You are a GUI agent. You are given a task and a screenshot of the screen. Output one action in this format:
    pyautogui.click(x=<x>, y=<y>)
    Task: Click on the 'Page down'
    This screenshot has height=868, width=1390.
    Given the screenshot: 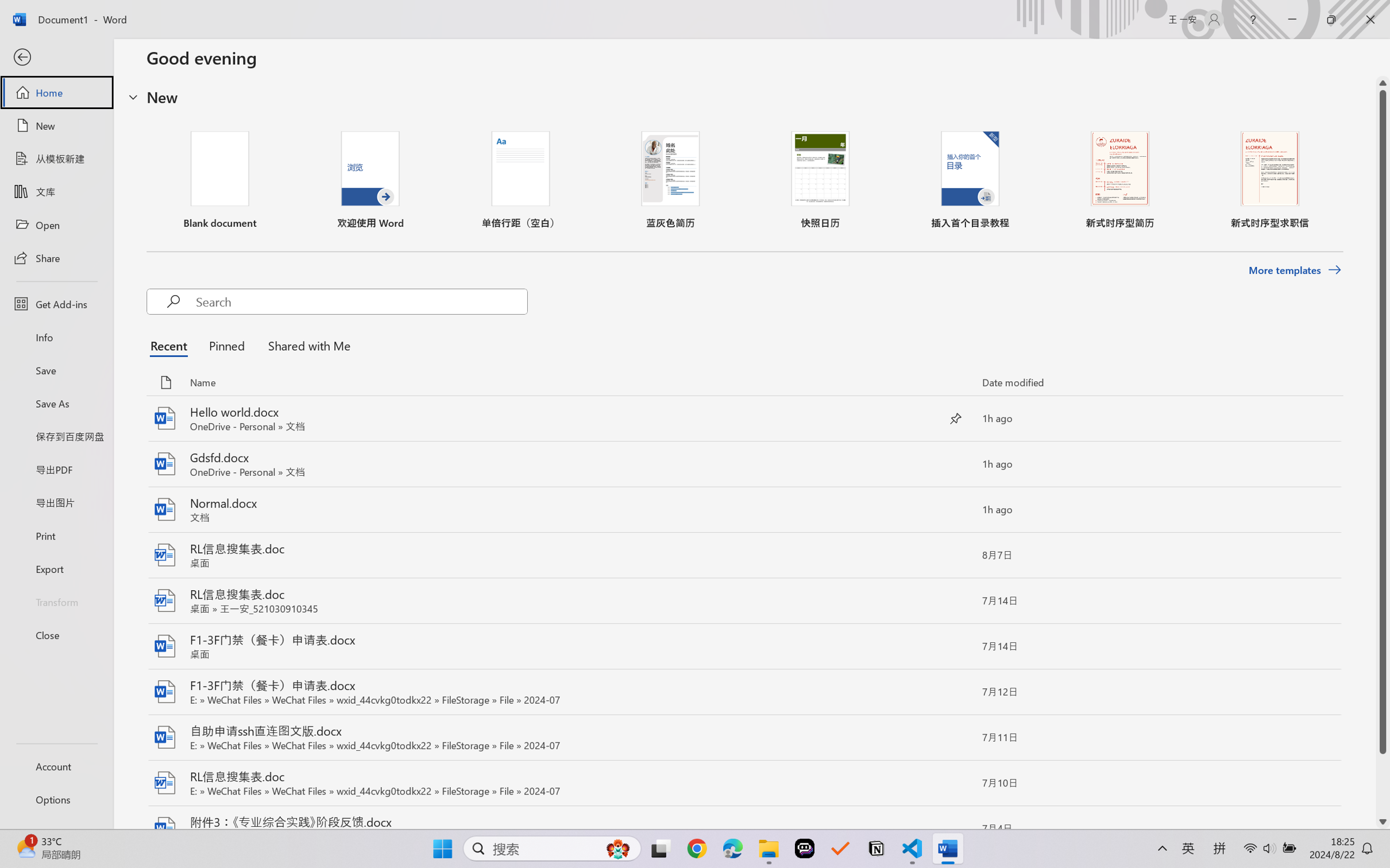 What is the action you would take?
    pyautogui.click(x=1383, y=784)
    